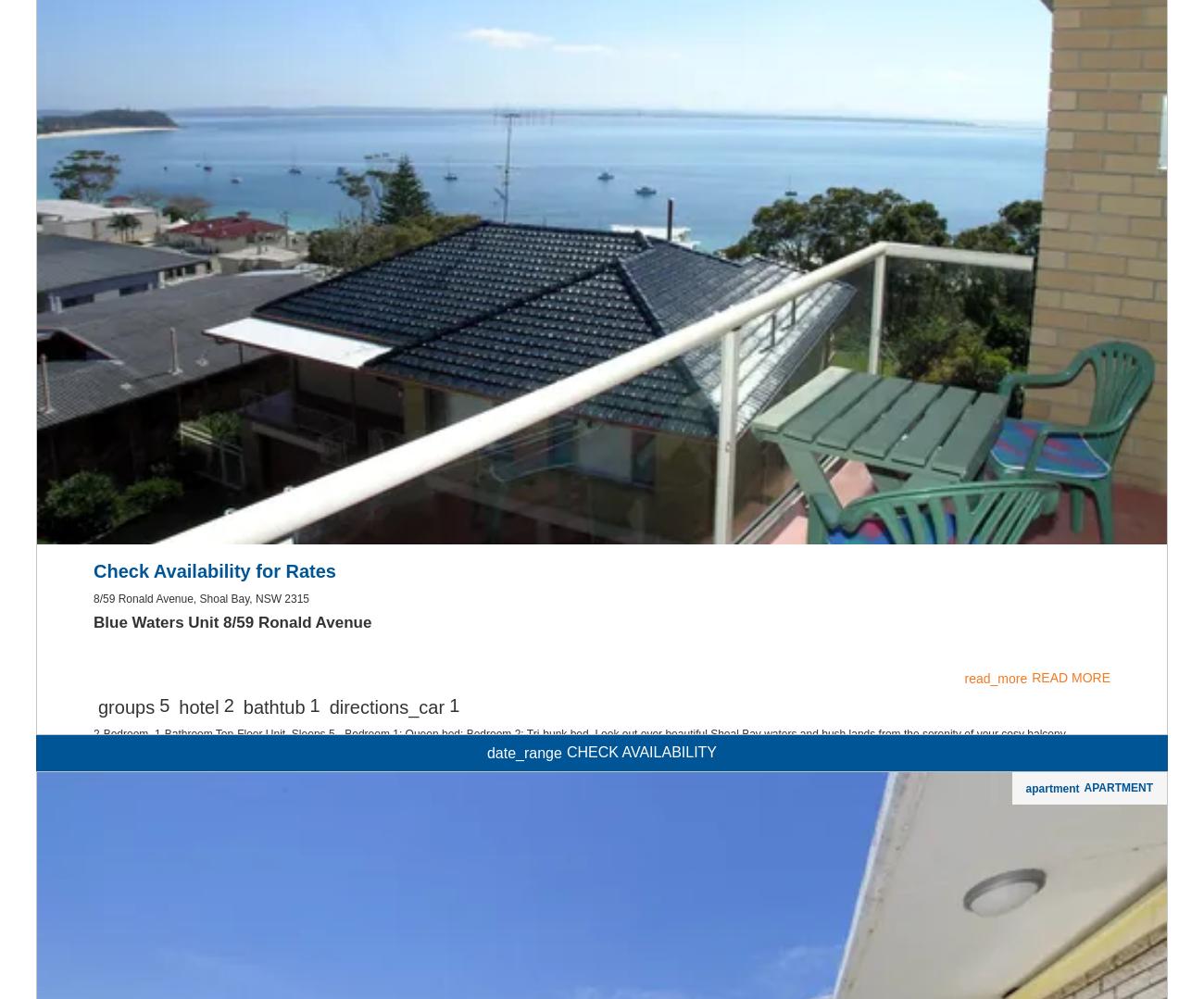 Image resolution: width=1204 pixels, height=999 pixels. I want to click on '2', so click(227, 943).